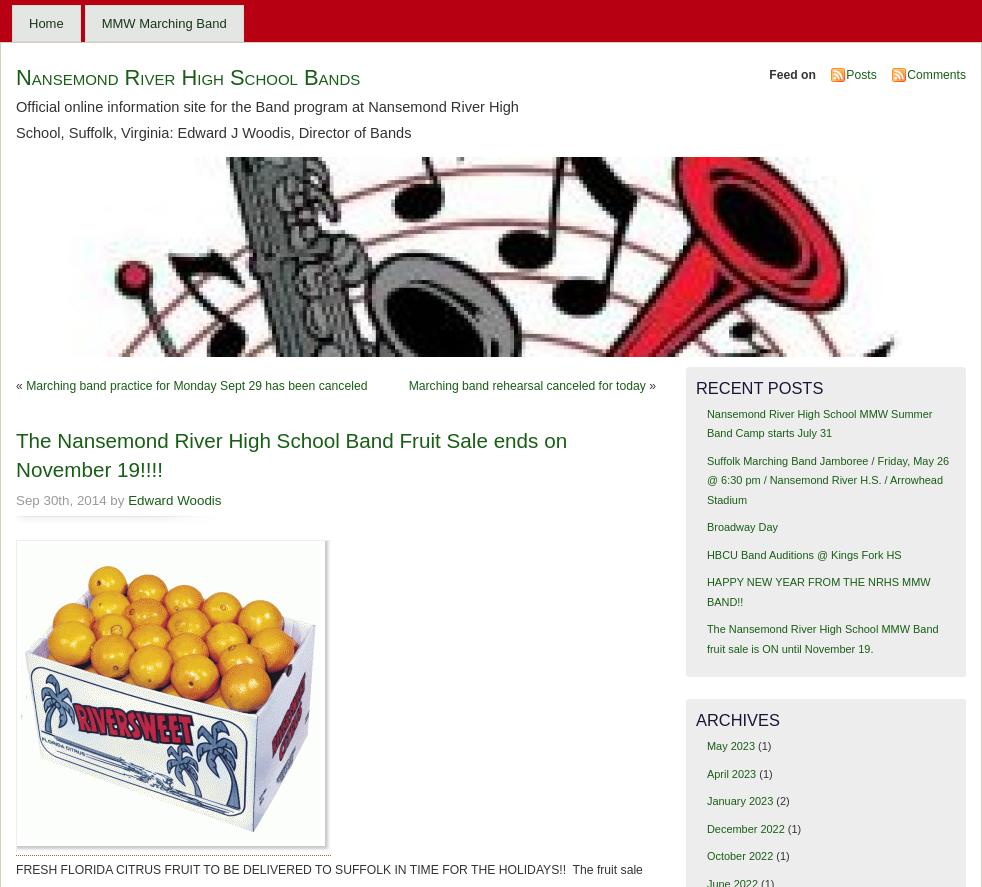 Image resolution: width=982 pixels, height=887 pixels. What do you see at coordinates (759, 385) in the screenshot?
I see `'Recent Posts'` at bounding box center [759, 385].